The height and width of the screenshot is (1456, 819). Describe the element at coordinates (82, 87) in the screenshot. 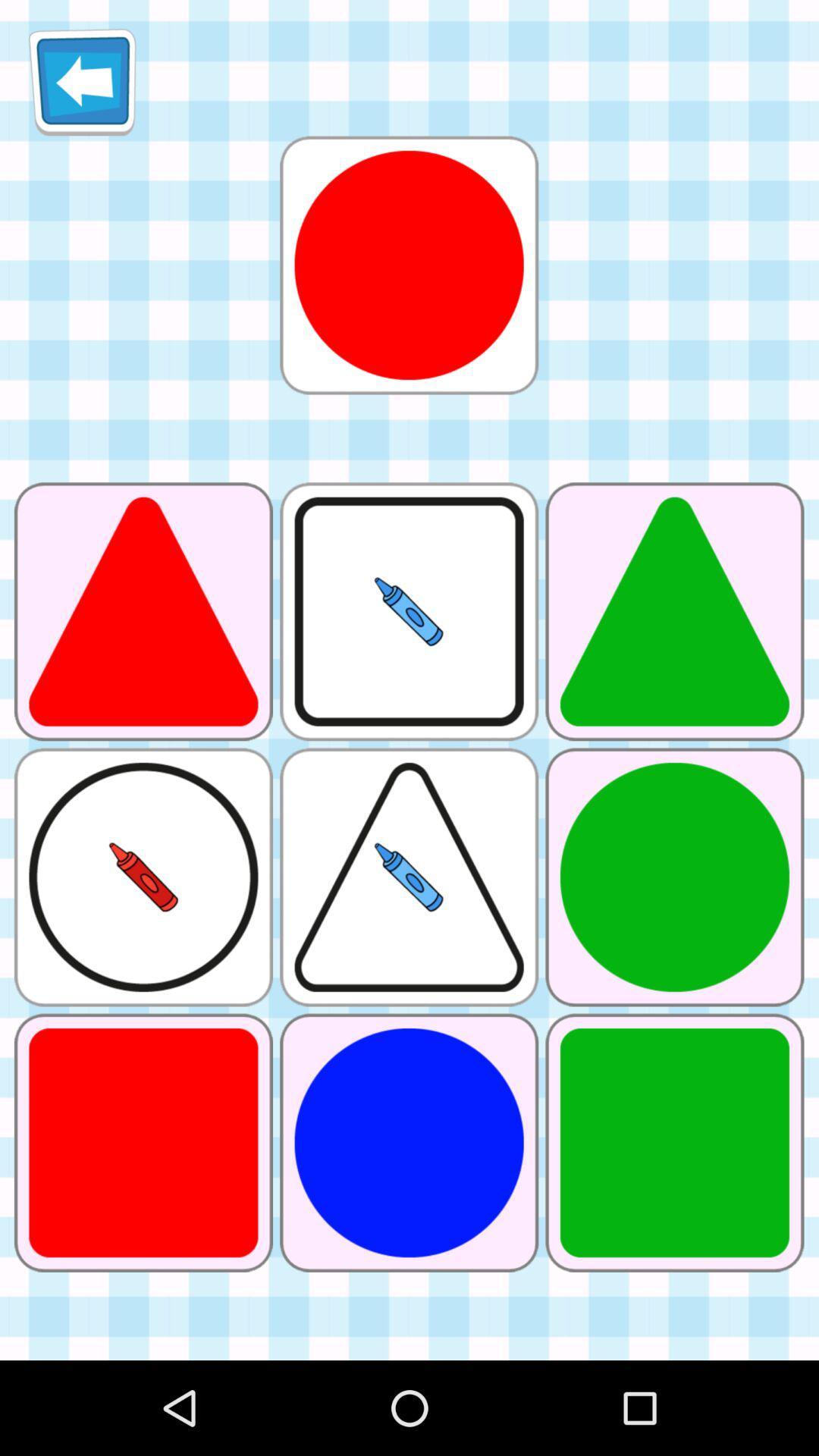

I see `the arrow_backward icon` at that location.